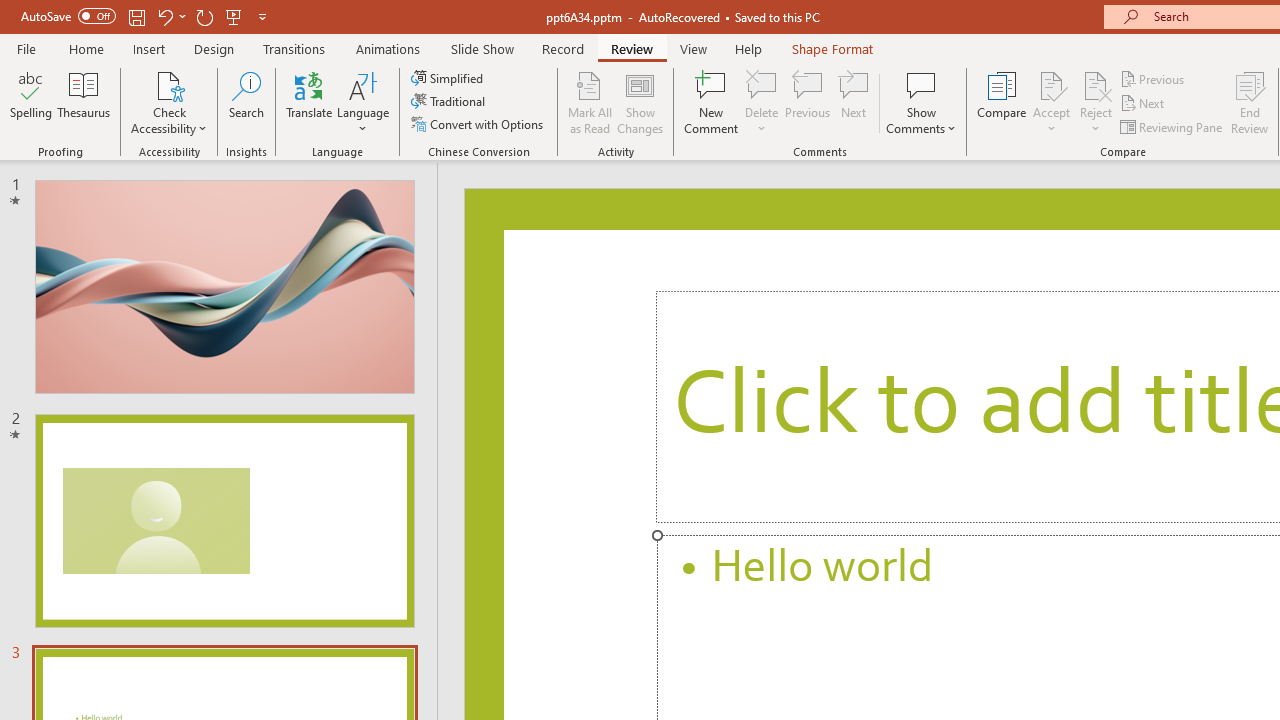 This screenshot has width=1280, height=720. What do you see at coordinates (1050, 103) in the screenshot?
I see `'Accept'` at bounding box center [1050, 103].